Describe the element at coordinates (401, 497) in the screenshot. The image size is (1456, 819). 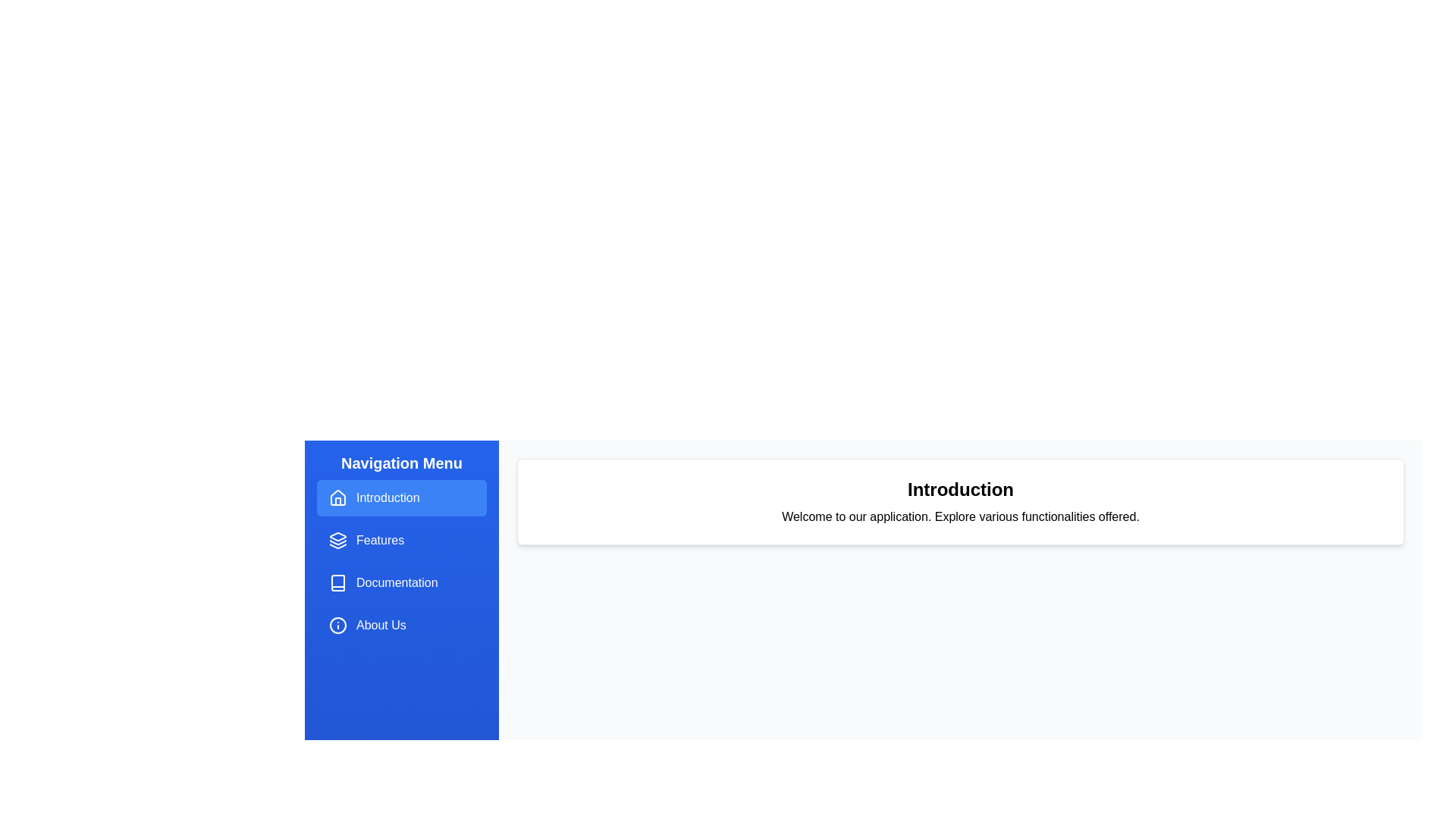
I see `the blue rectangular button with rounded corners containing a house icon and the text 'Introduction'` at that location.